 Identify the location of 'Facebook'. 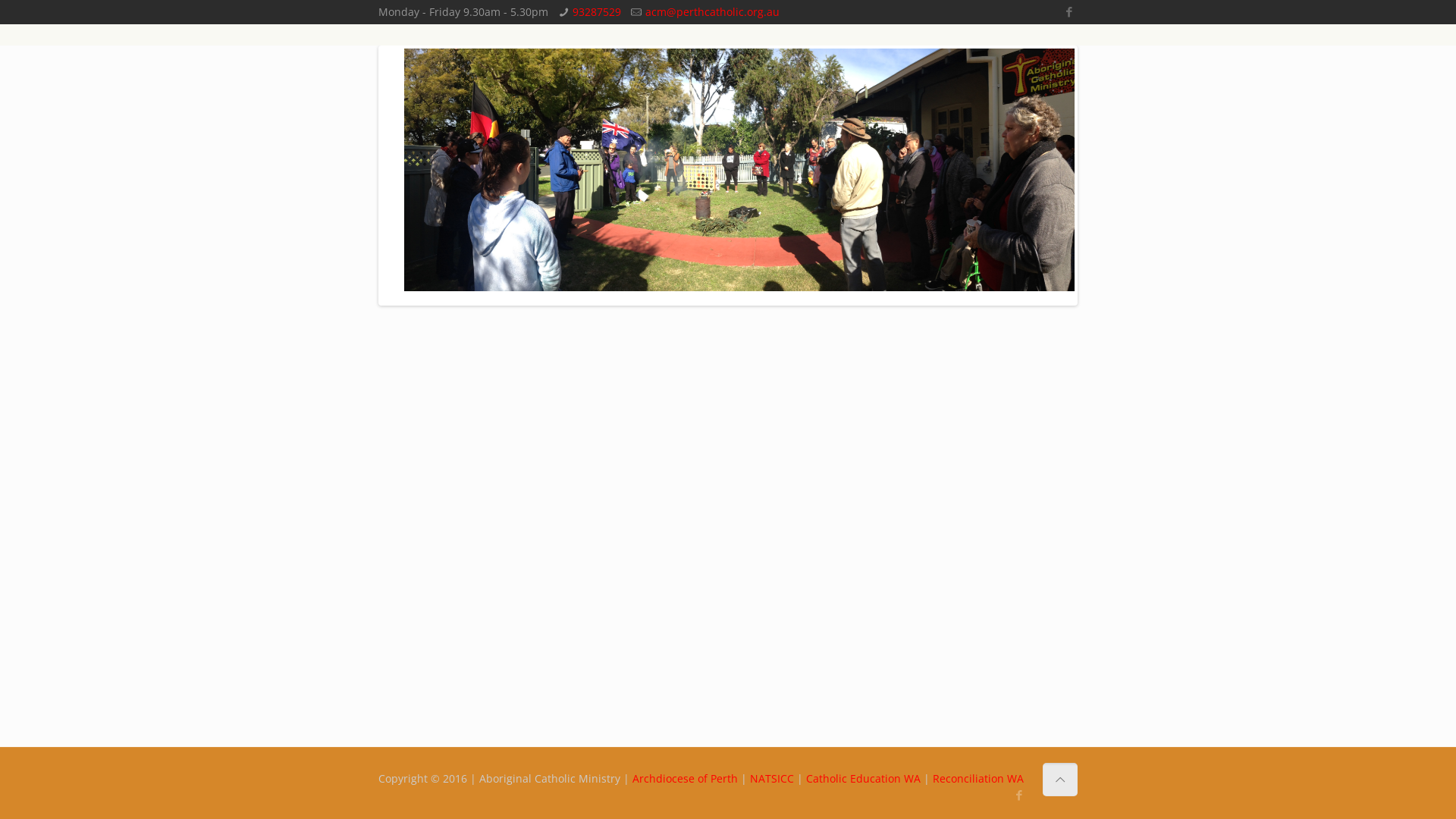
(1068, 11).